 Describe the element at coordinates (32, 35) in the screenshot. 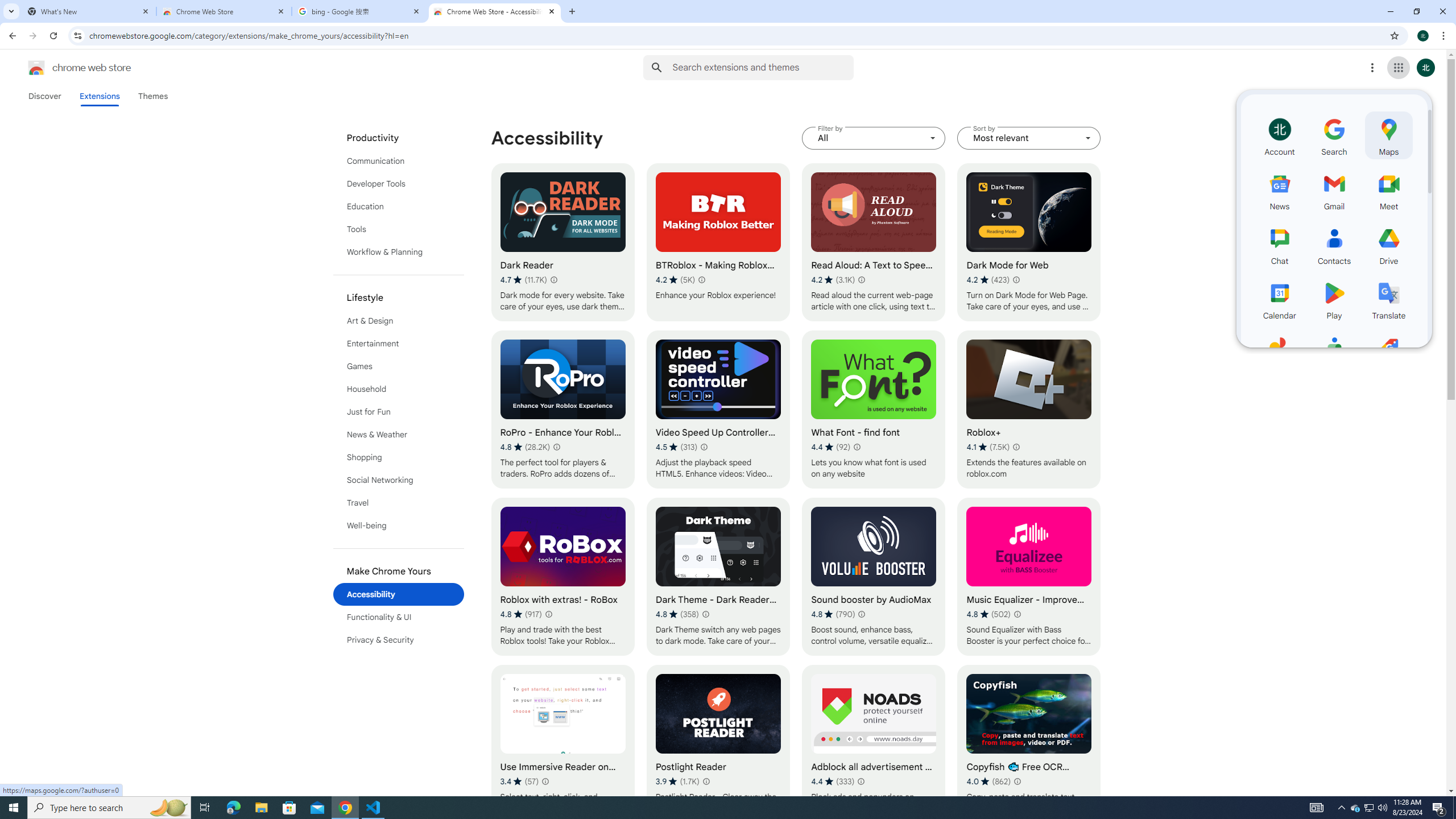

I see `'Forward'` at that location.